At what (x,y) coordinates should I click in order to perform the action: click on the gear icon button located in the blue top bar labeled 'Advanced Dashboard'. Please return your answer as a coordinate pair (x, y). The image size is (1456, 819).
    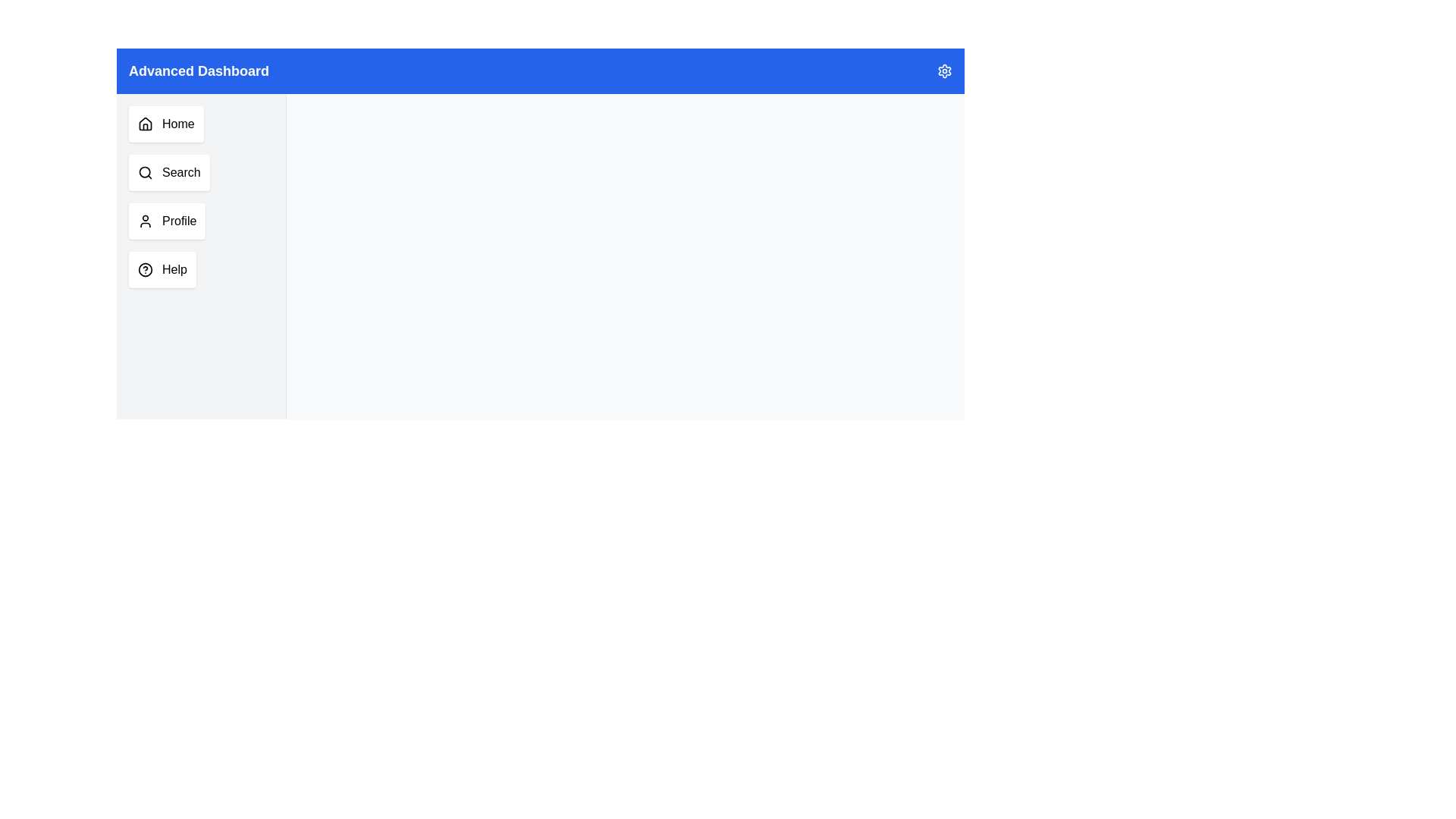
    Looking at the image, I should click on (944, 71).